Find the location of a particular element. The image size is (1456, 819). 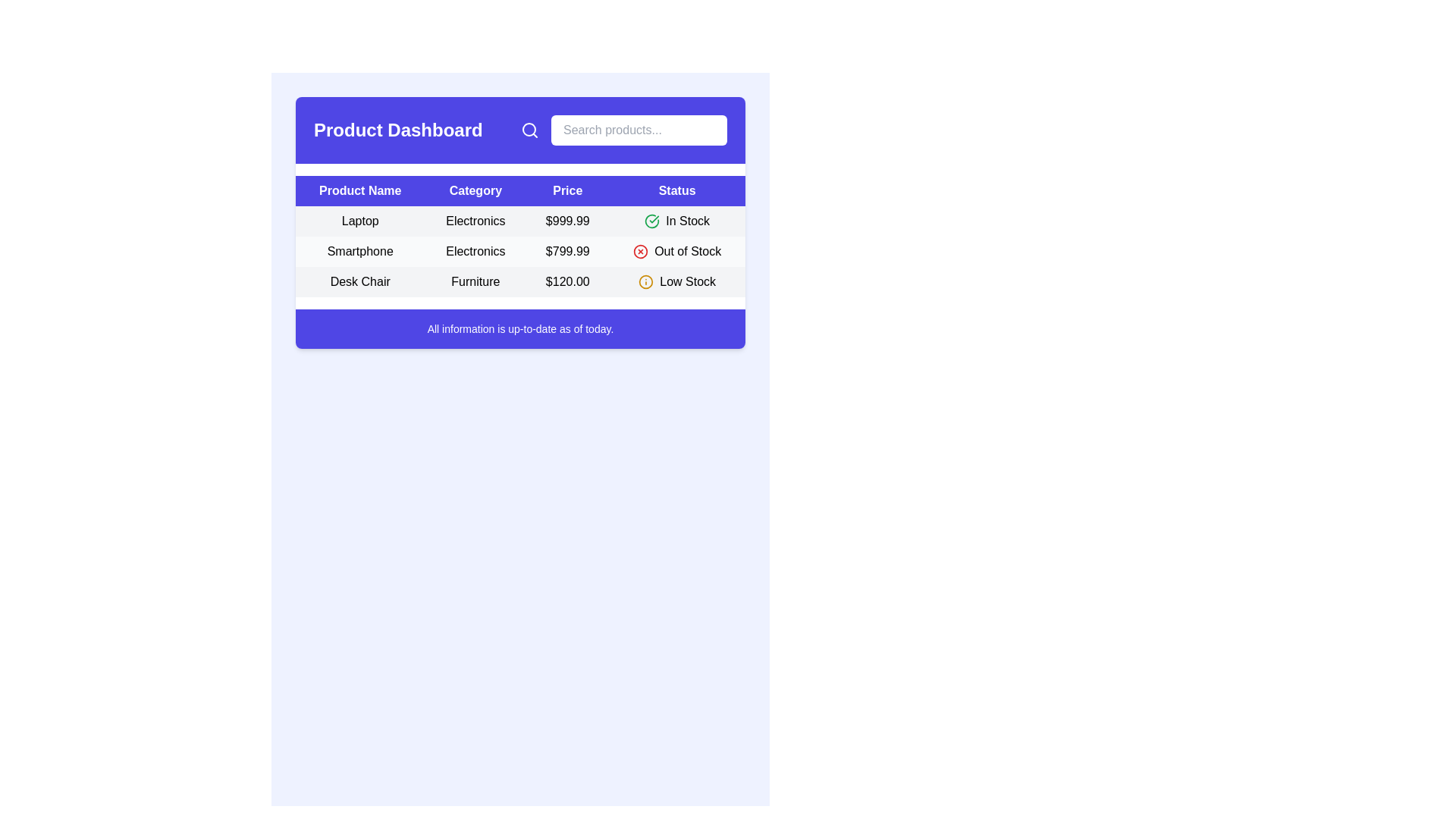

the 'Product Name' header text label, which is the first column header in the table, located in the upper left corner of the header row is located at coordinates (359, 190).